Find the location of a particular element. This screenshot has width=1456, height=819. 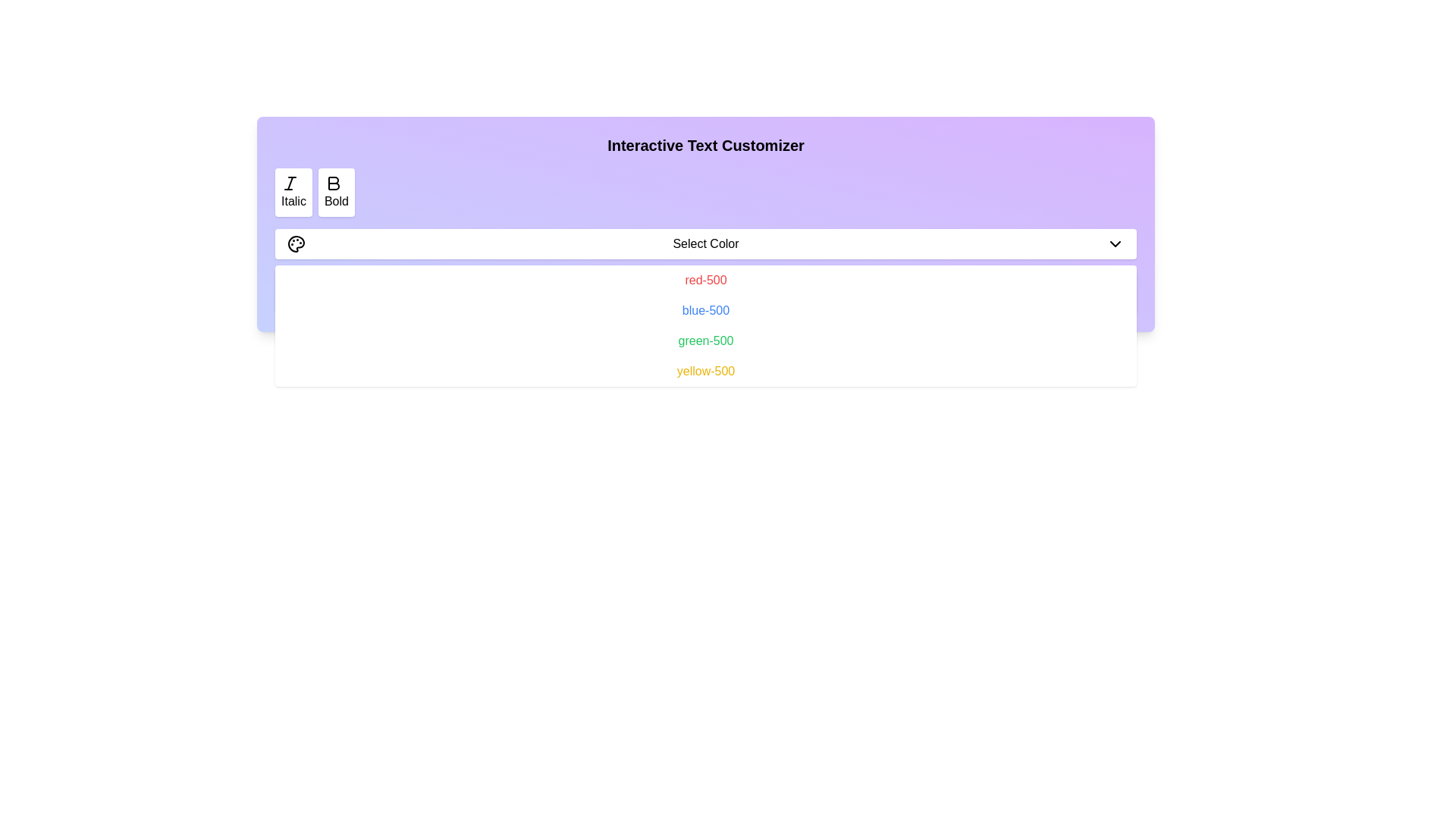

appearance of the Text display box with light gray background and rounded corners, containing the text 'Customize this text using the controls above!', located within the 'Interactive Text Customizer' section is located at coordinates (705, 292).